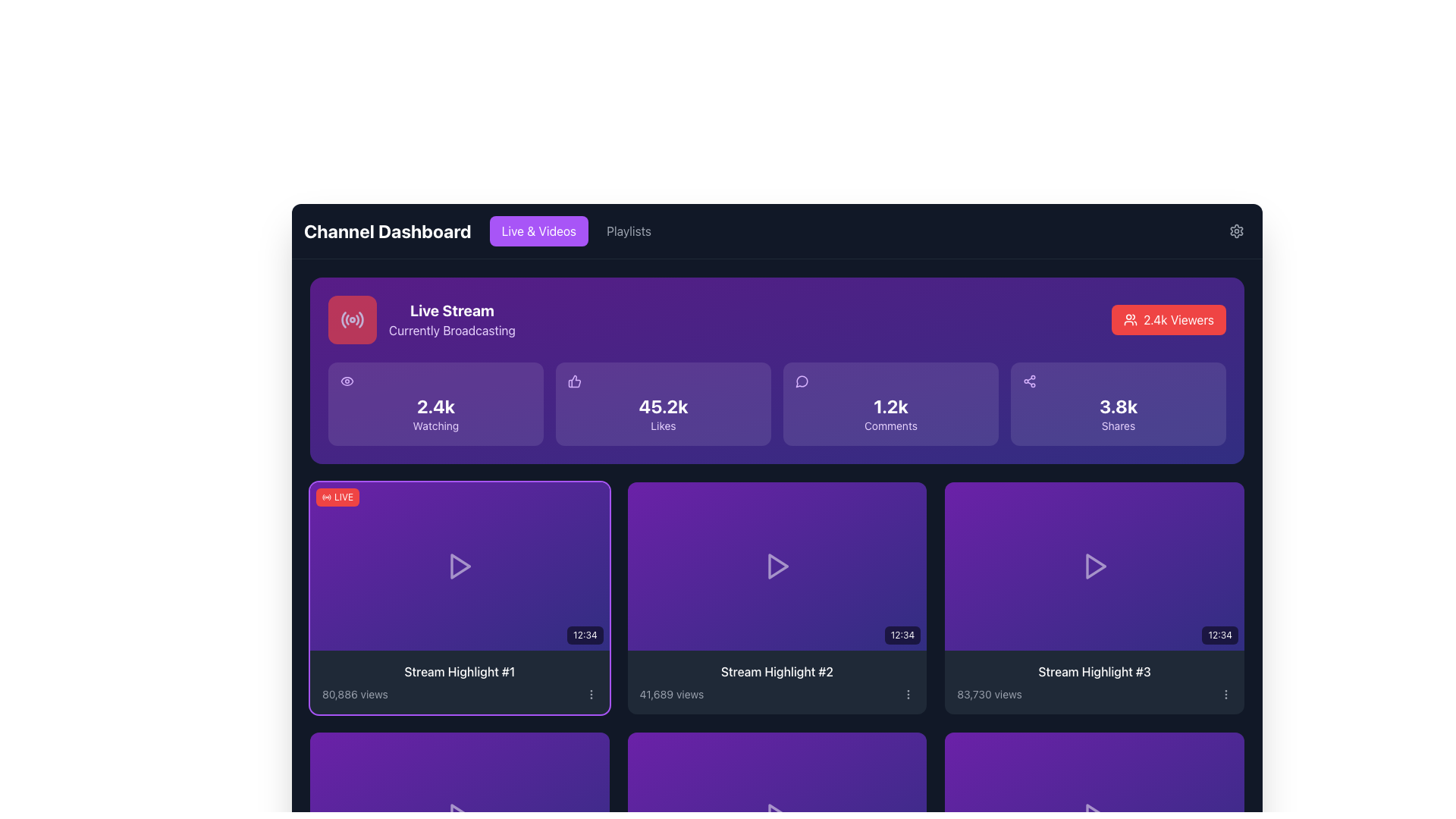 This screenshot has width=1456, height=819. I want to click on the play icon for Stream Highlight #3, located at the center of the thumbnail in the bottom-right corner of the second row, to trigger additional information or animations, so click(1094, 566).